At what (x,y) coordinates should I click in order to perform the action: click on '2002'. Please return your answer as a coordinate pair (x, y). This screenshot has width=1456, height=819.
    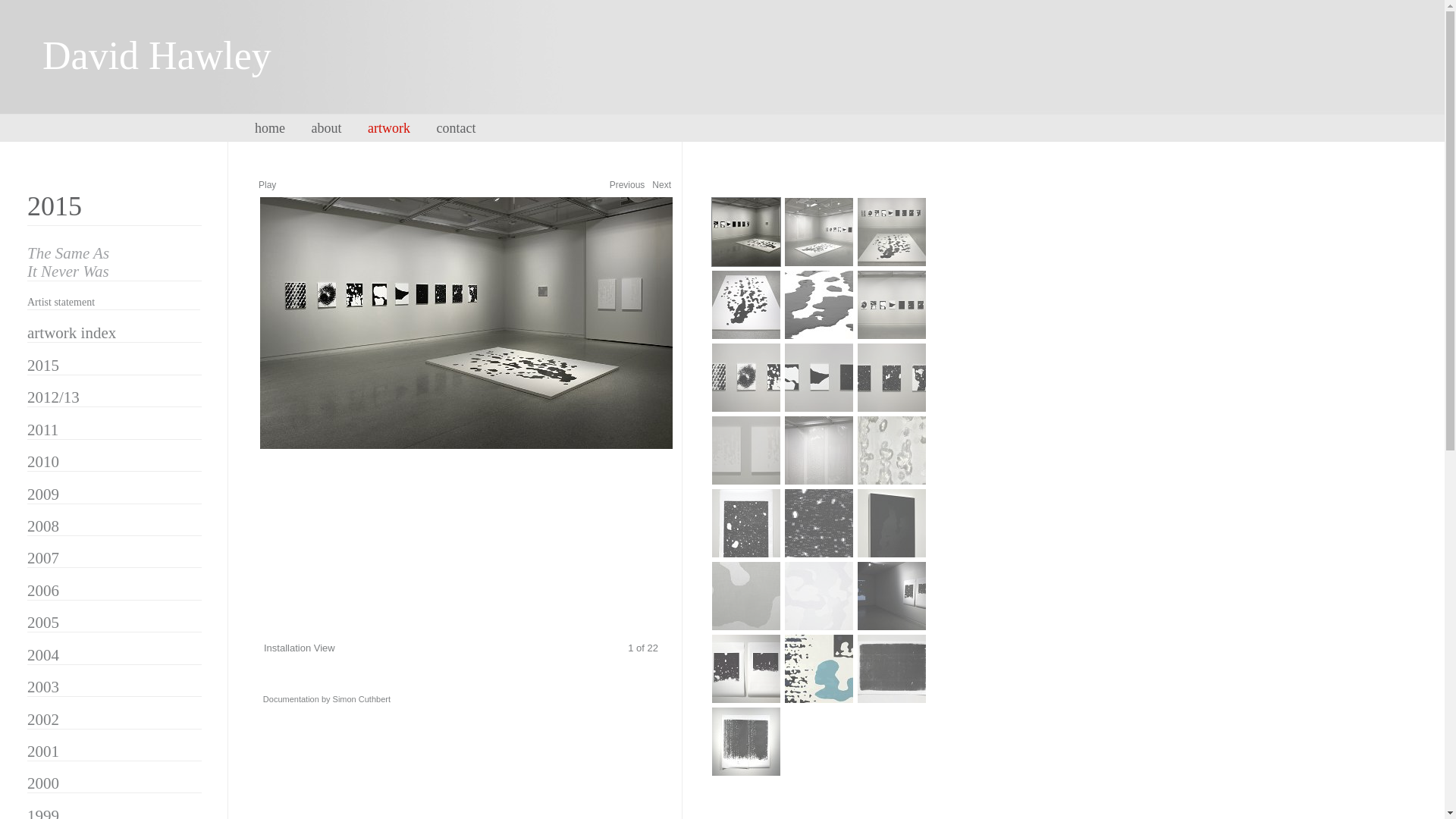
    Looking at the image, I should click on (43, 718).